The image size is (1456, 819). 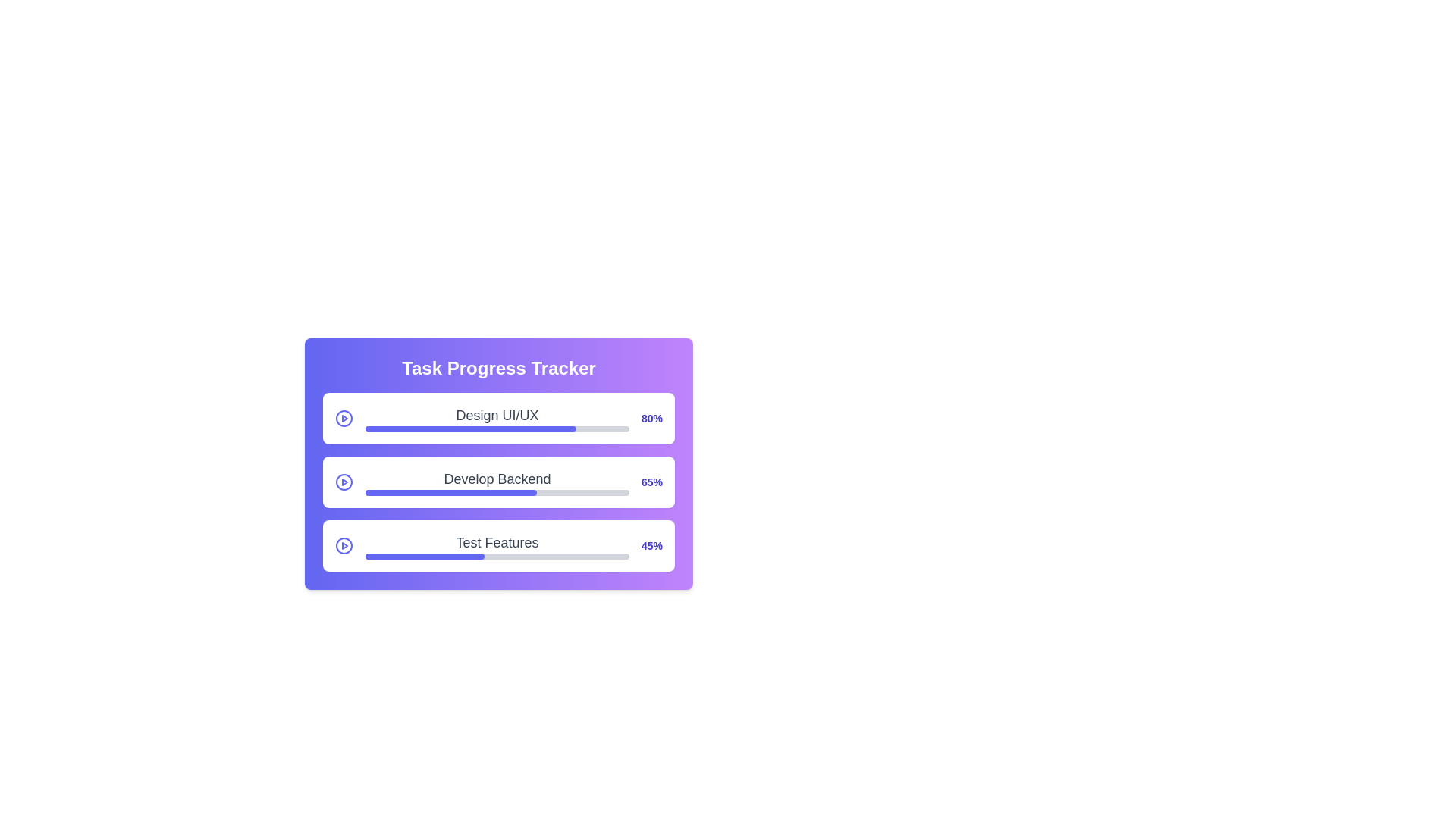 I want to click on the circular indigo button with a play symbol located to the left of the 'Test Features' section in the task tracker interface, so click(x=344, y=546).